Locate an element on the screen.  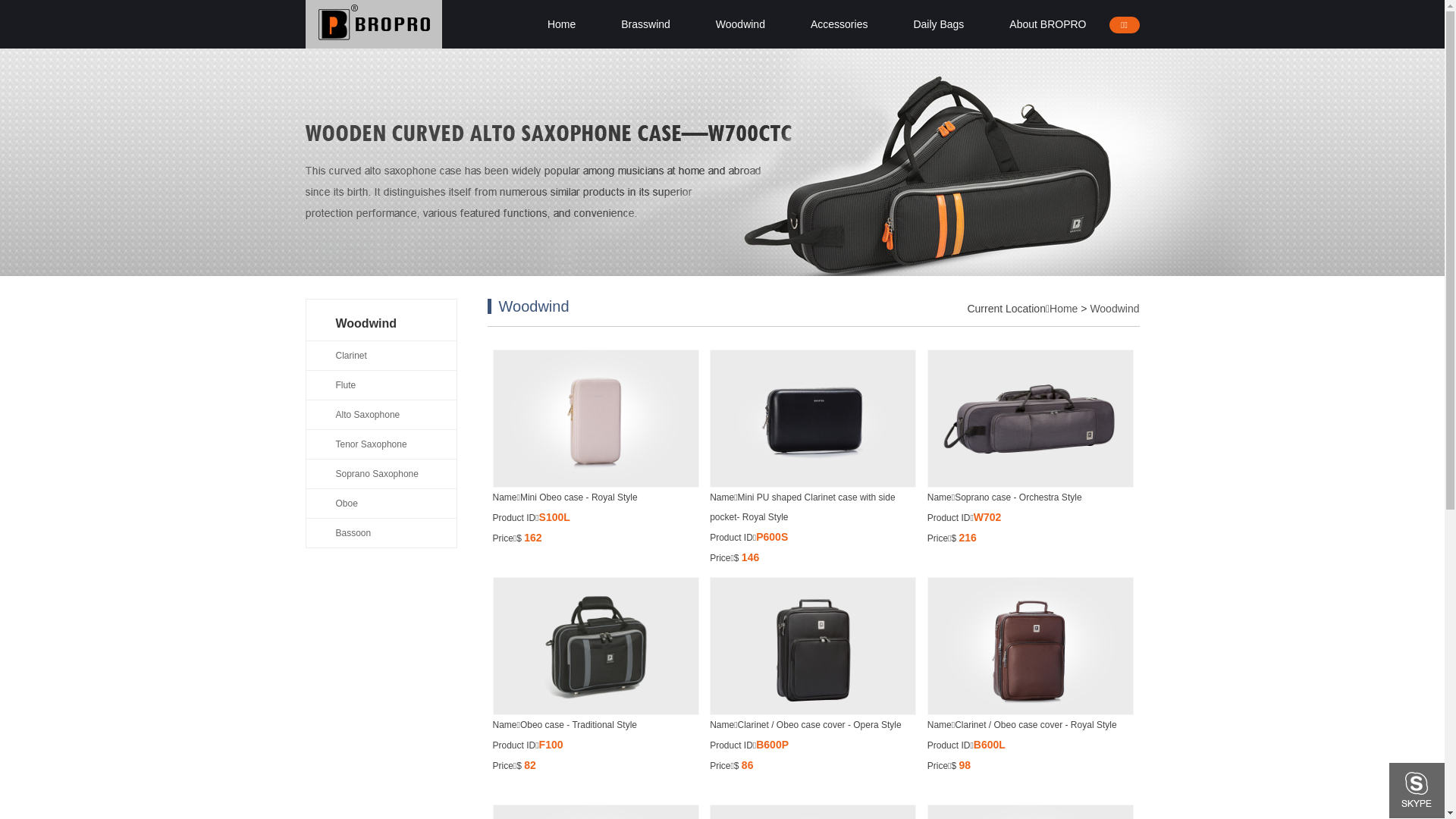
'Home' is located at coordinates (1062, 308).